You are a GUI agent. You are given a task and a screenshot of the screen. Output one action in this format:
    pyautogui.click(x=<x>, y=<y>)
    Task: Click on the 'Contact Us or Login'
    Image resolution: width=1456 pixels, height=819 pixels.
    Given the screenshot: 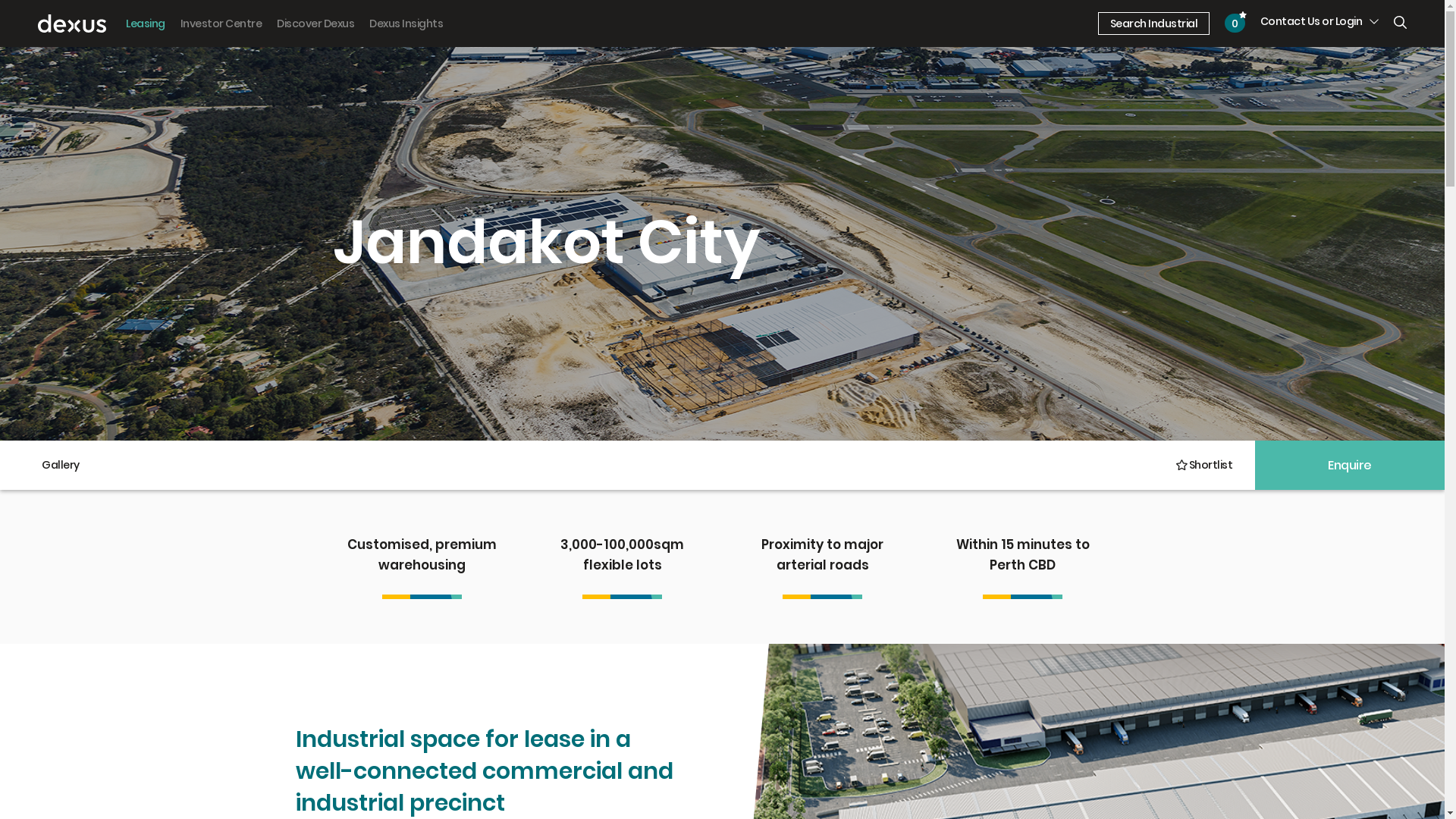 What is the action you would take?
    pyautogui.click(x=1319, y=21)
    